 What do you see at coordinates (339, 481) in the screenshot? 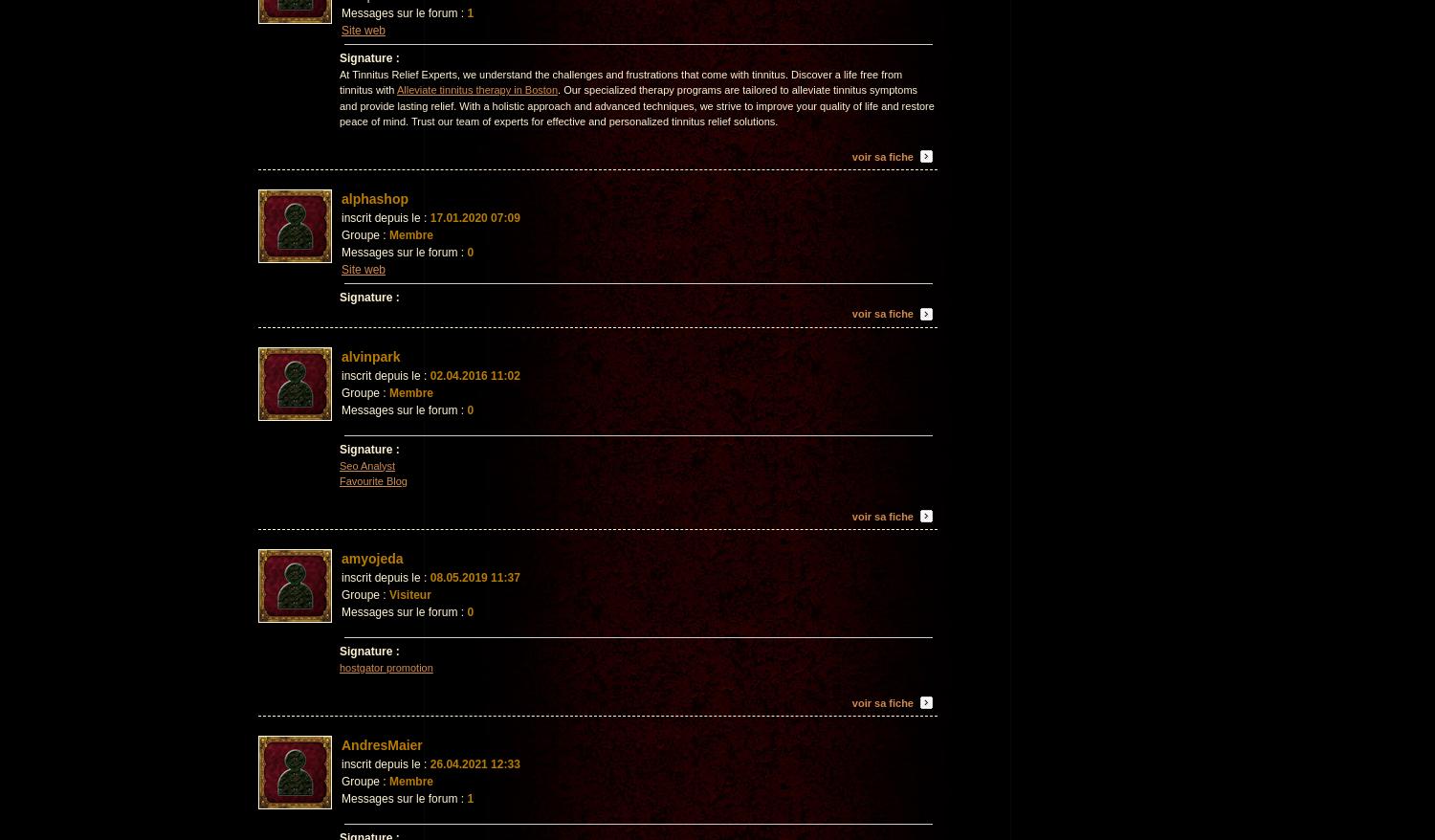
I see `'Favourite Blog'` at bounding box center [339, 481].